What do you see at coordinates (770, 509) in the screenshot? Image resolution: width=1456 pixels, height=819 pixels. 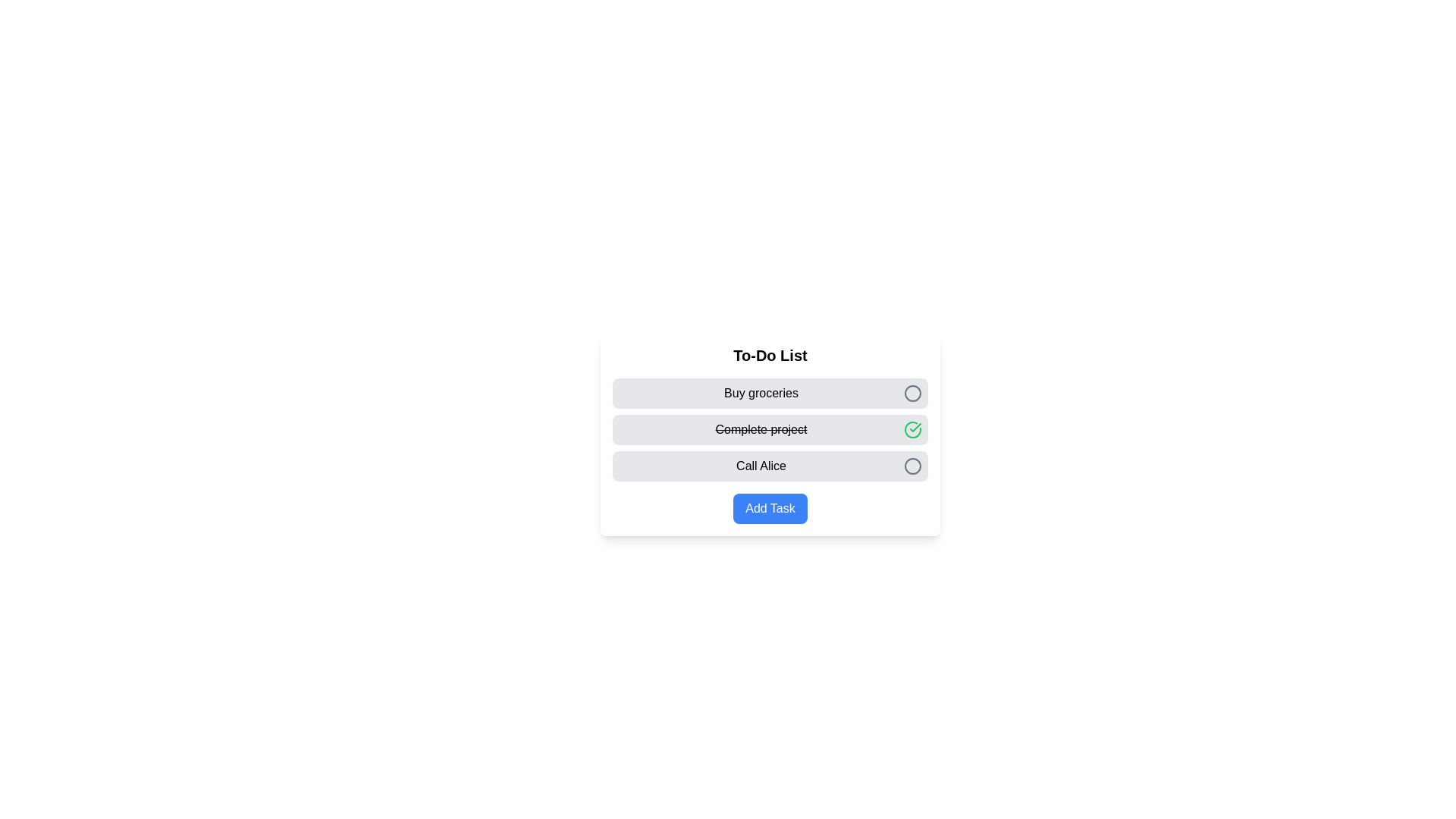 I see `the 'Add Task' button, which has a blue background and white text` at bounding box center [770, 509].